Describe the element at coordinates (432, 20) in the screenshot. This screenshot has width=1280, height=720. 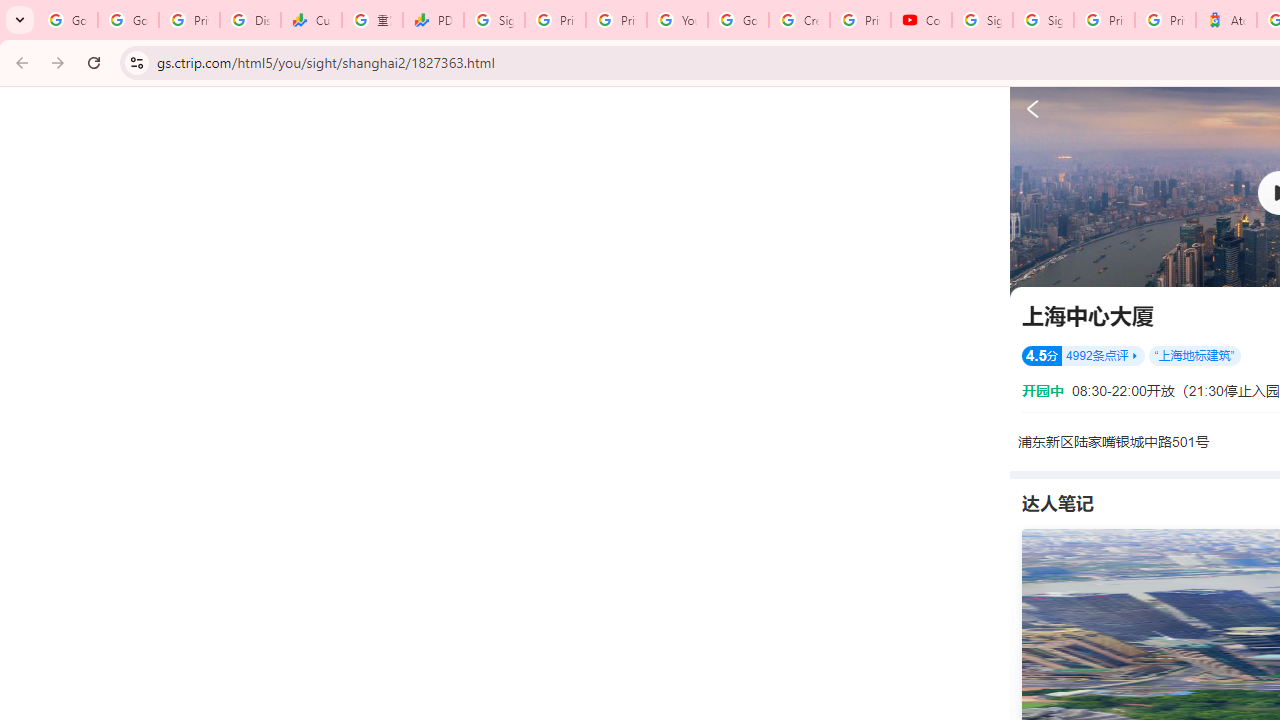
I see `'PDD Holdings Inc - ADR (PDD) Price & News - Google Finance'` at that location.